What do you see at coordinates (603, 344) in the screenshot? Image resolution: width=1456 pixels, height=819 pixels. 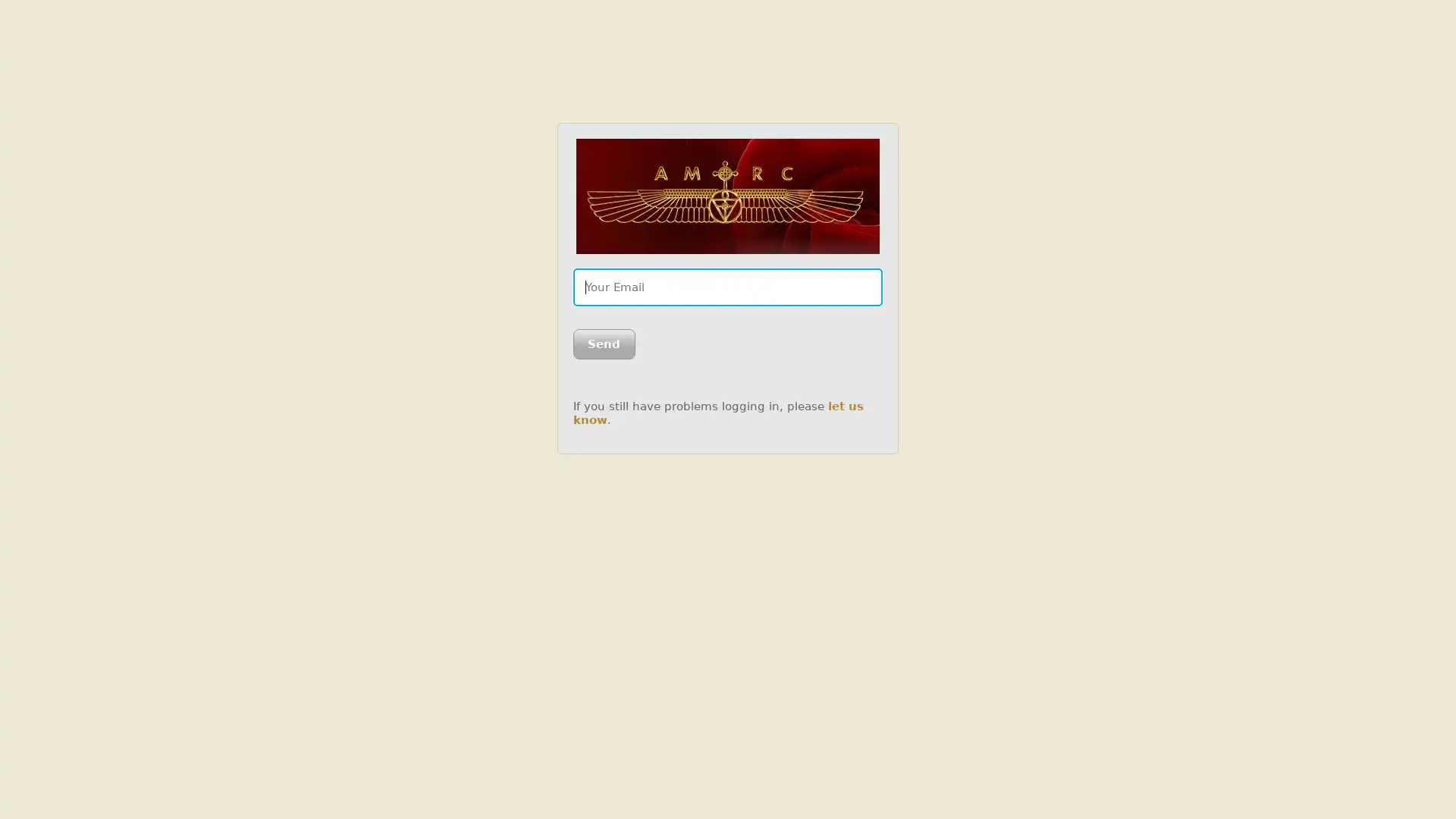 I see `Send` at bounding box center [603, 344].